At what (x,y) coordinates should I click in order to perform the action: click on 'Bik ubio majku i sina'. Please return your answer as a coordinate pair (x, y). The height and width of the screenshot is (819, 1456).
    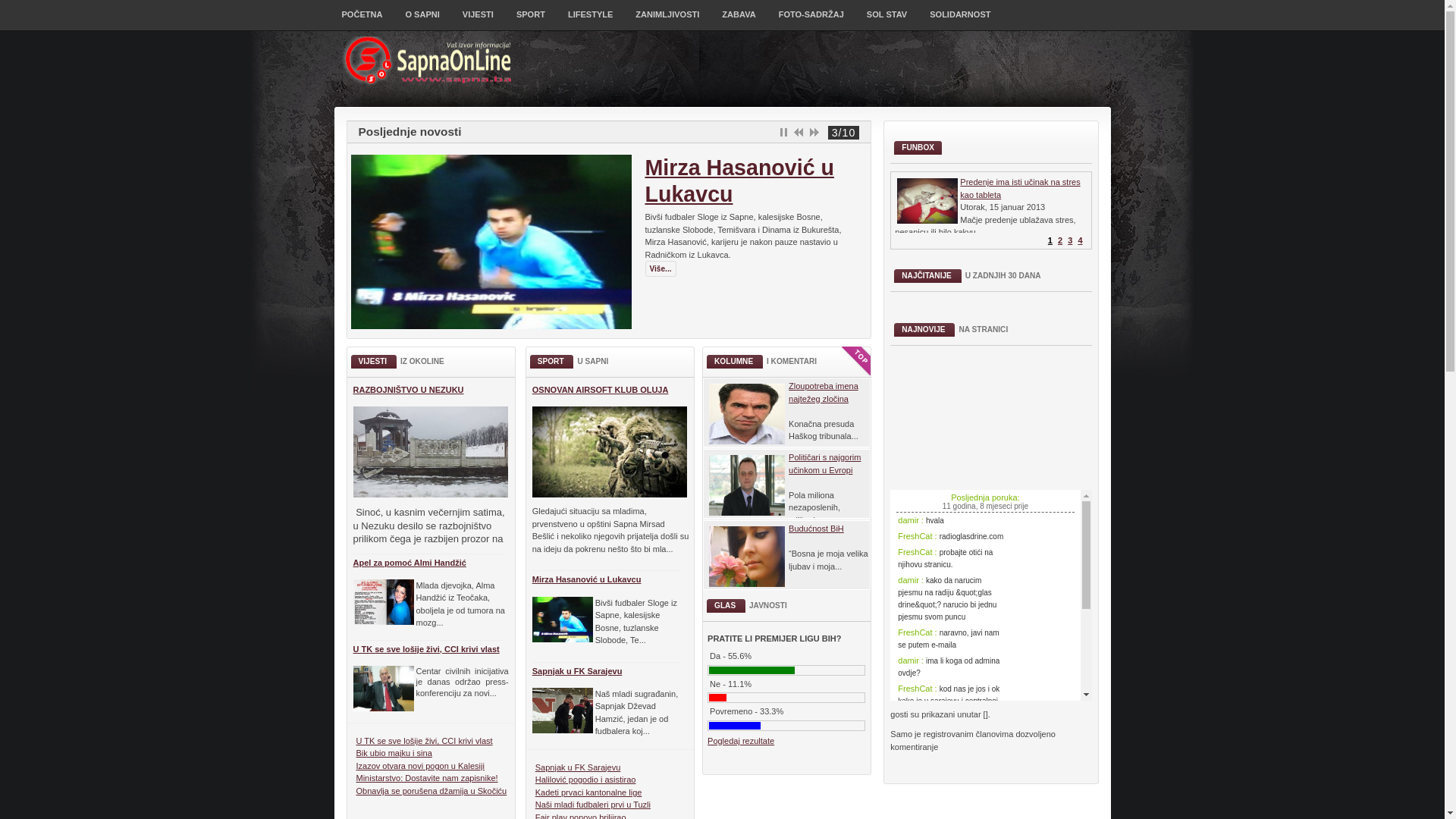
    Looking at the image, I should click on (394, 752).